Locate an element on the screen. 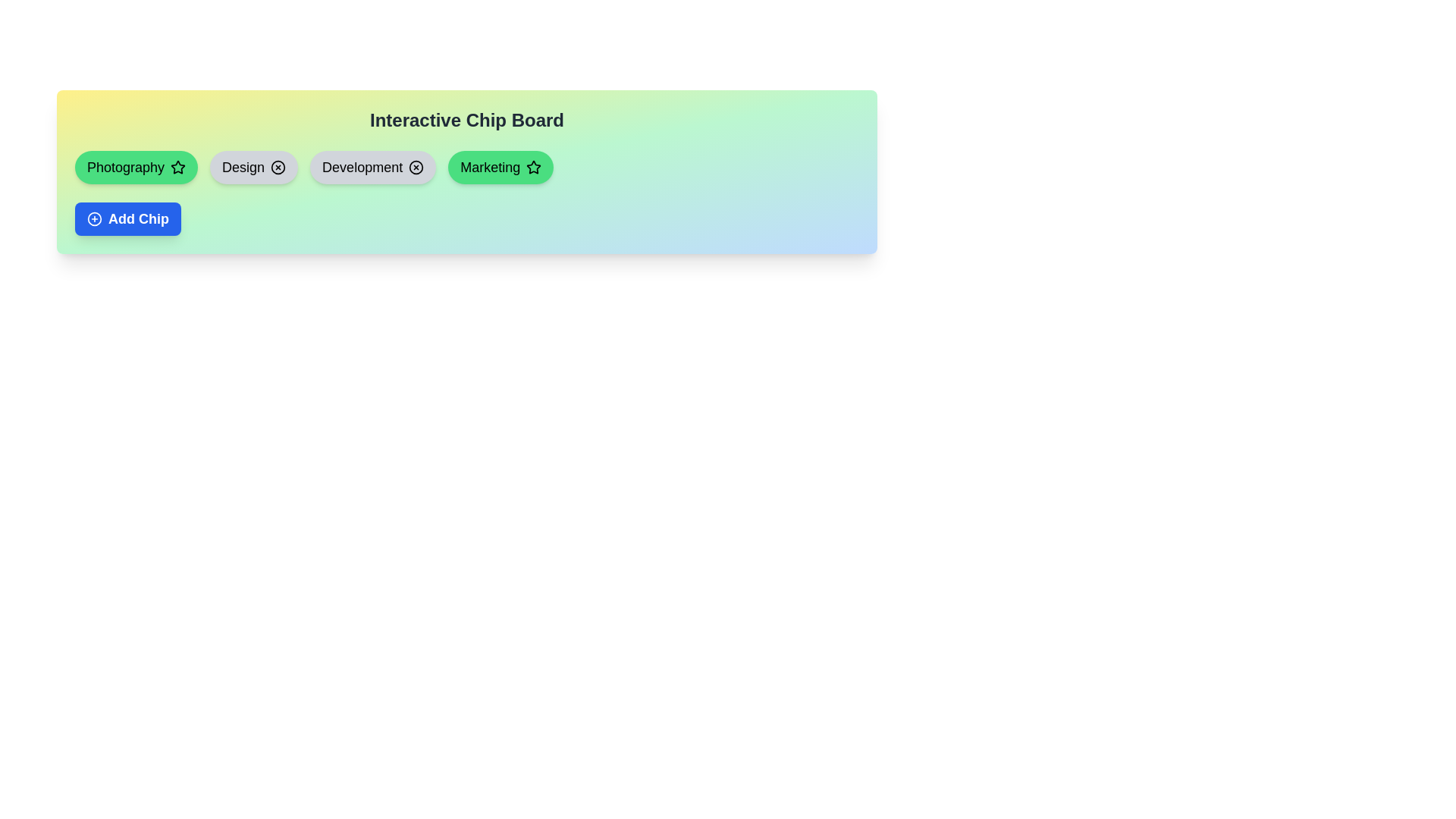 The width and height of the screenshot is (1456, 819). the 'Design' button, which is a rounded rectangular chip with a gray background and bold text, to observe the scaling effect is located at coordinates (254, 167).